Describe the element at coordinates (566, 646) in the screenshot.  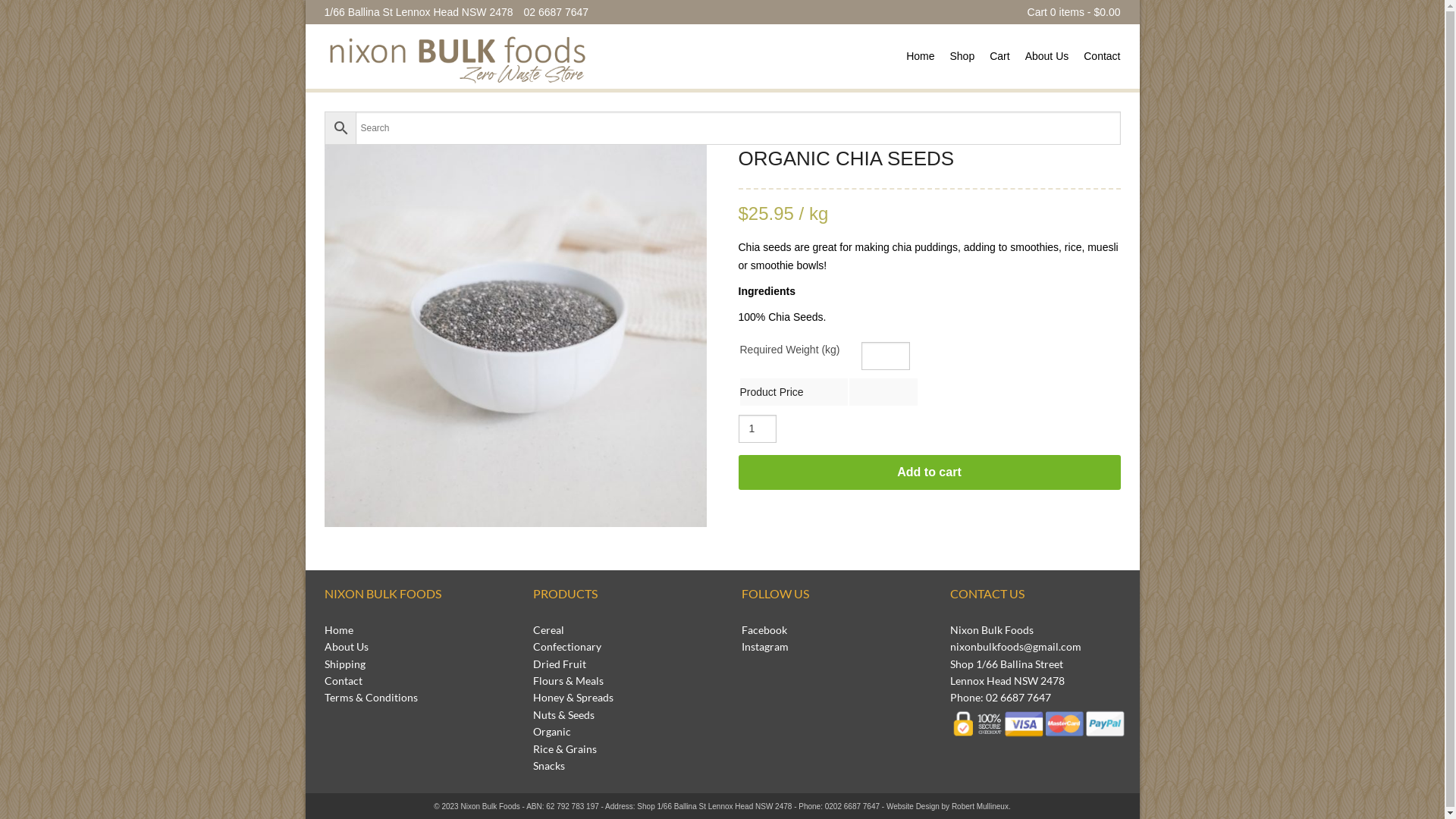
I see `'Confectionary'` at that location.